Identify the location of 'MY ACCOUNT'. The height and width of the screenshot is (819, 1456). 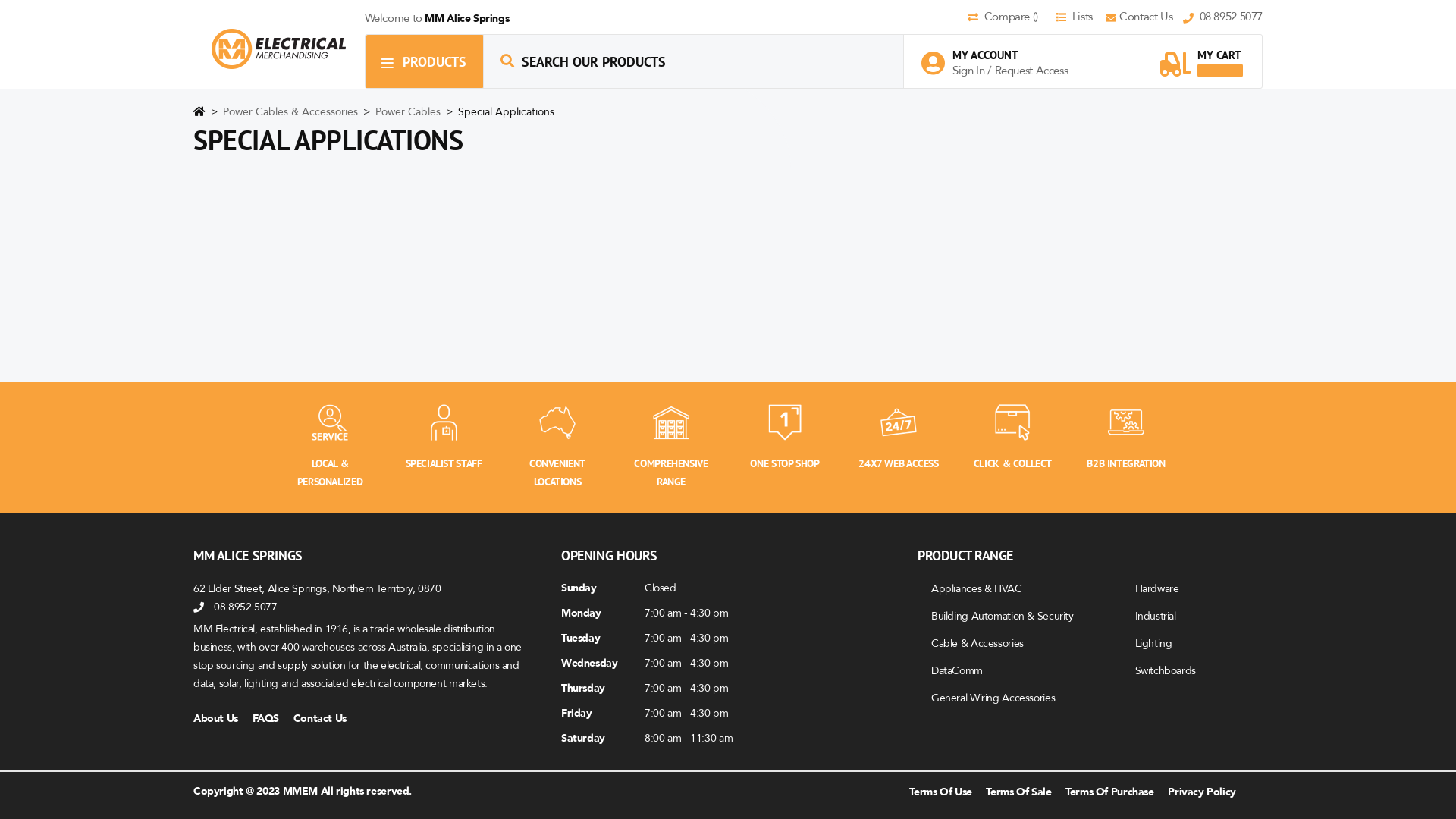
(1002, 54).